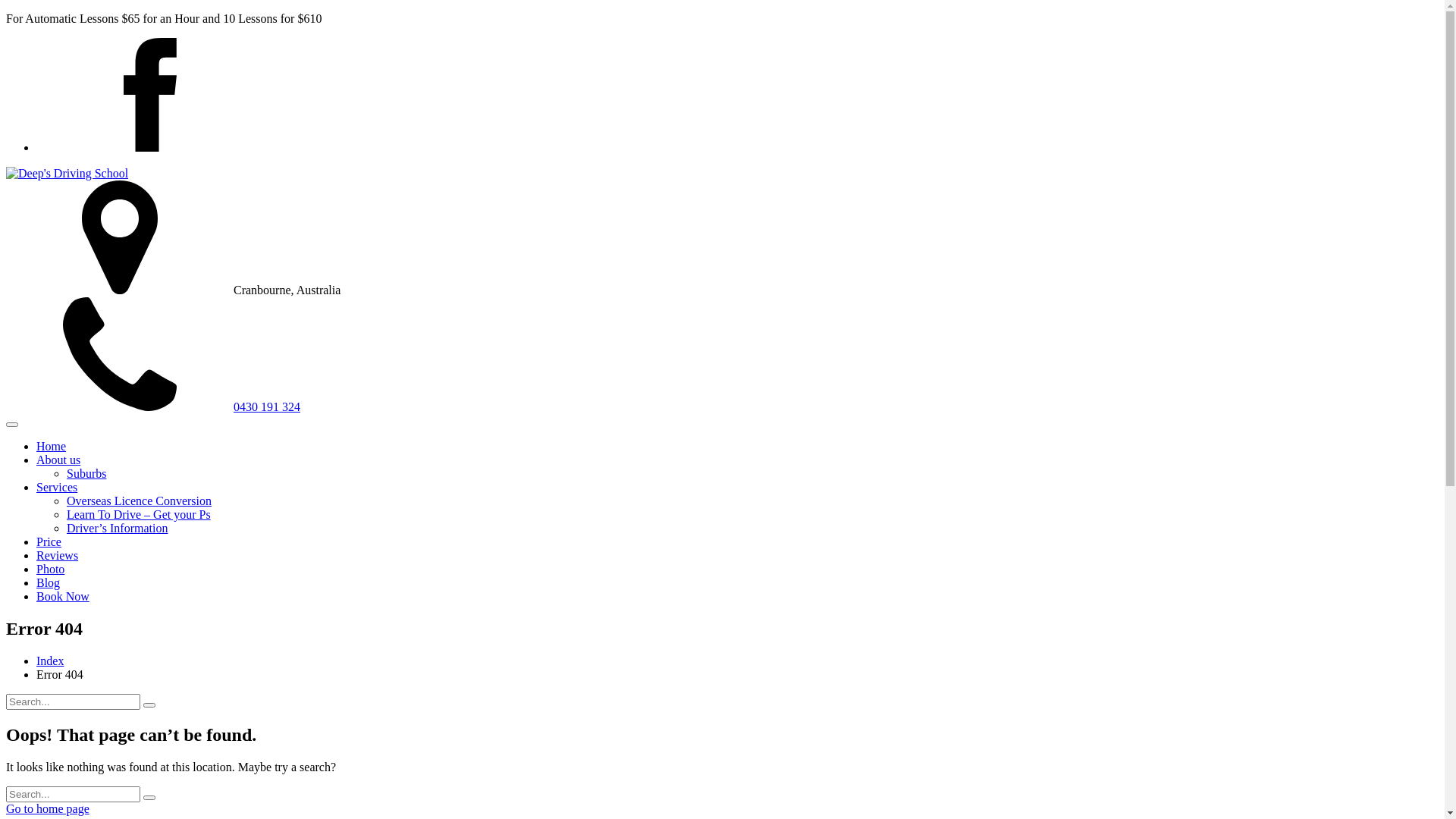 Image resolution: width=1456 pixels, height=819 pixels. What do you see at coordinates (50, 660) in the screenshot?
I see `'Index'` at bounding box center [50, 660].